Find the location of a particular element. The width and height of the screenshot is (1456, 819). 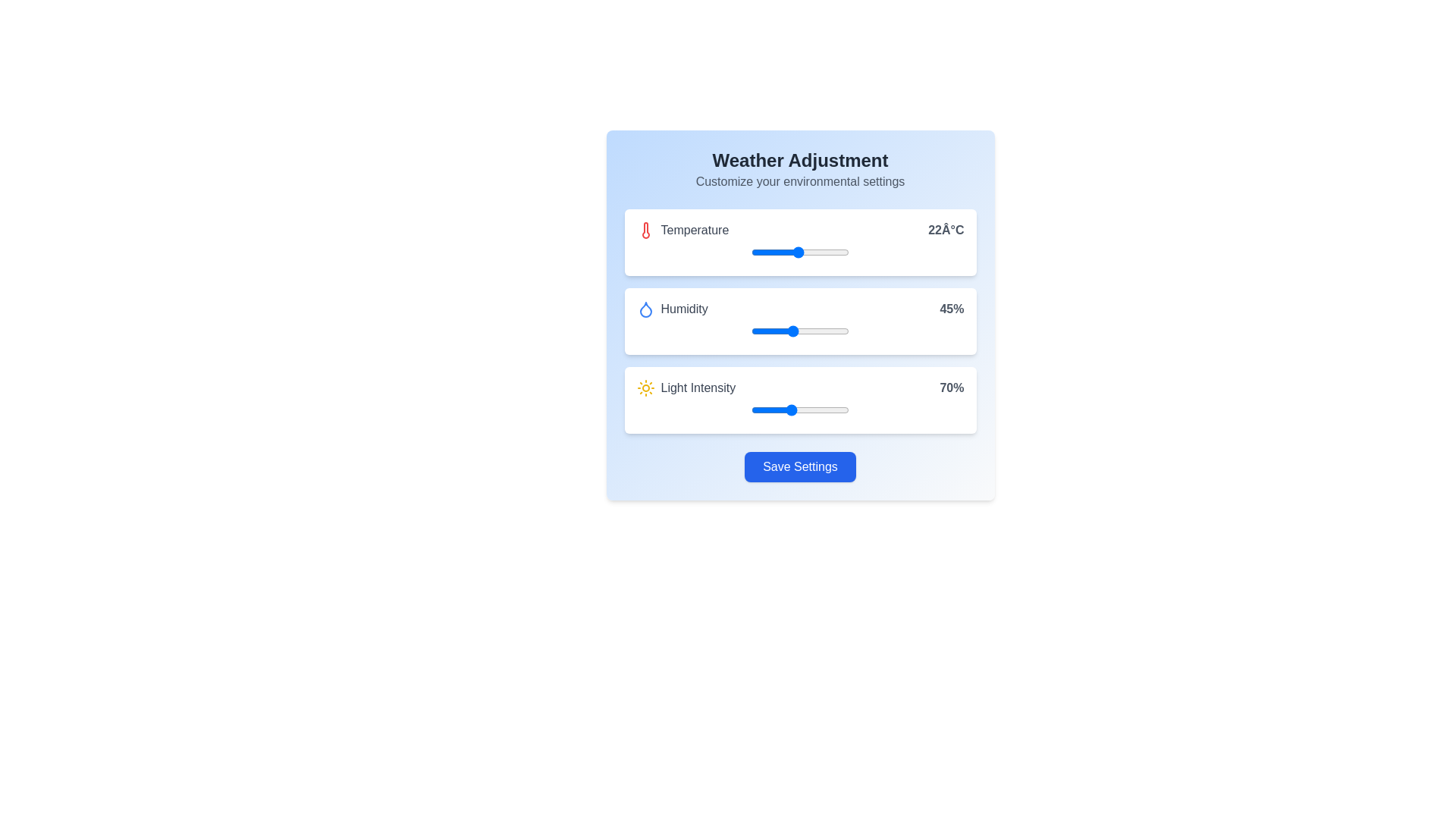

the humidity is located at coordinates (751, 330).